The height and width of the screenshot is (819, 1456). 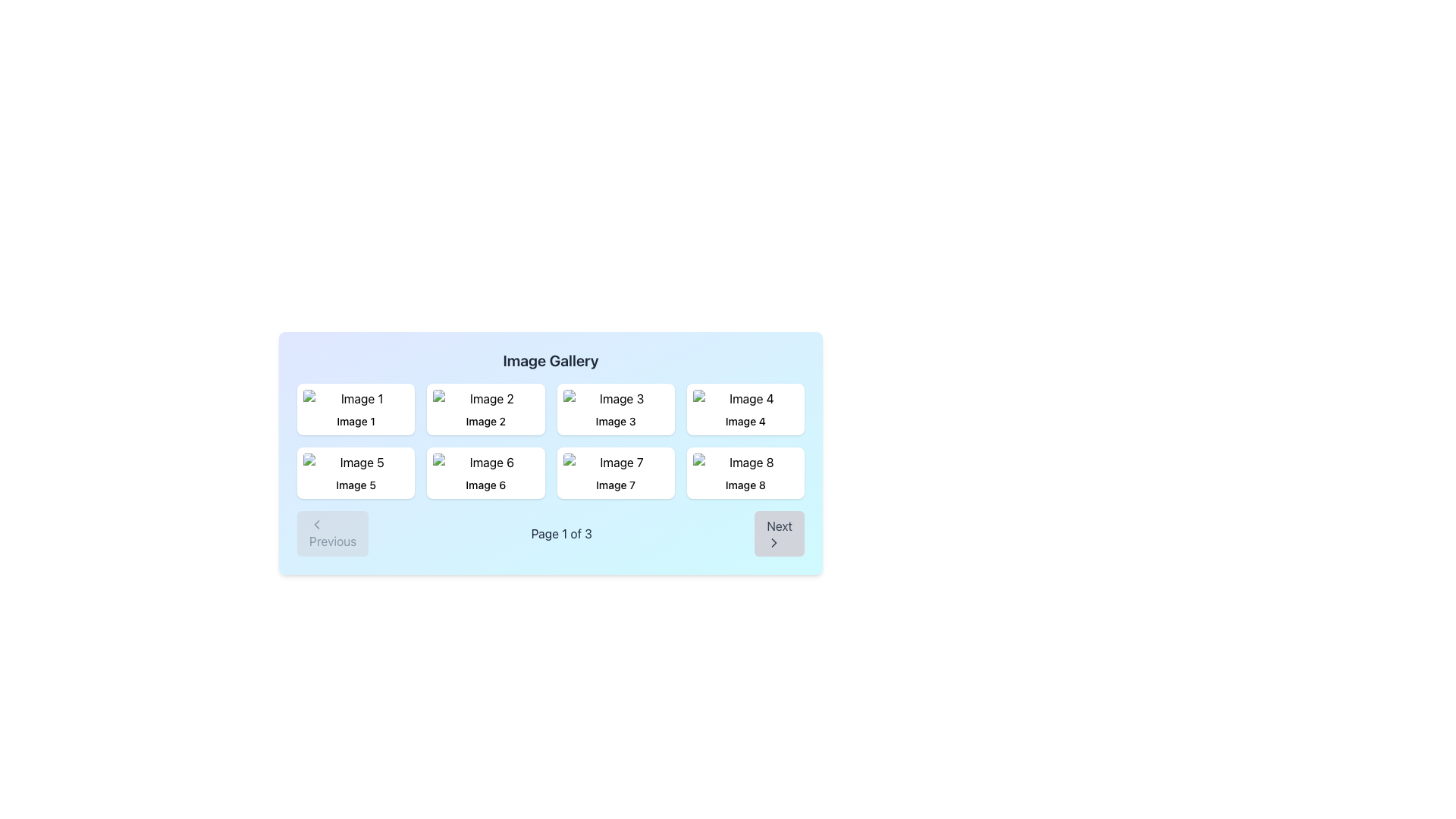 I want to click on the small, rectangular image placeholder with rounded edges and alt text 'Image 6', located in the second row and third column of a 2x4 grid layout, so click(x=485, y=461).